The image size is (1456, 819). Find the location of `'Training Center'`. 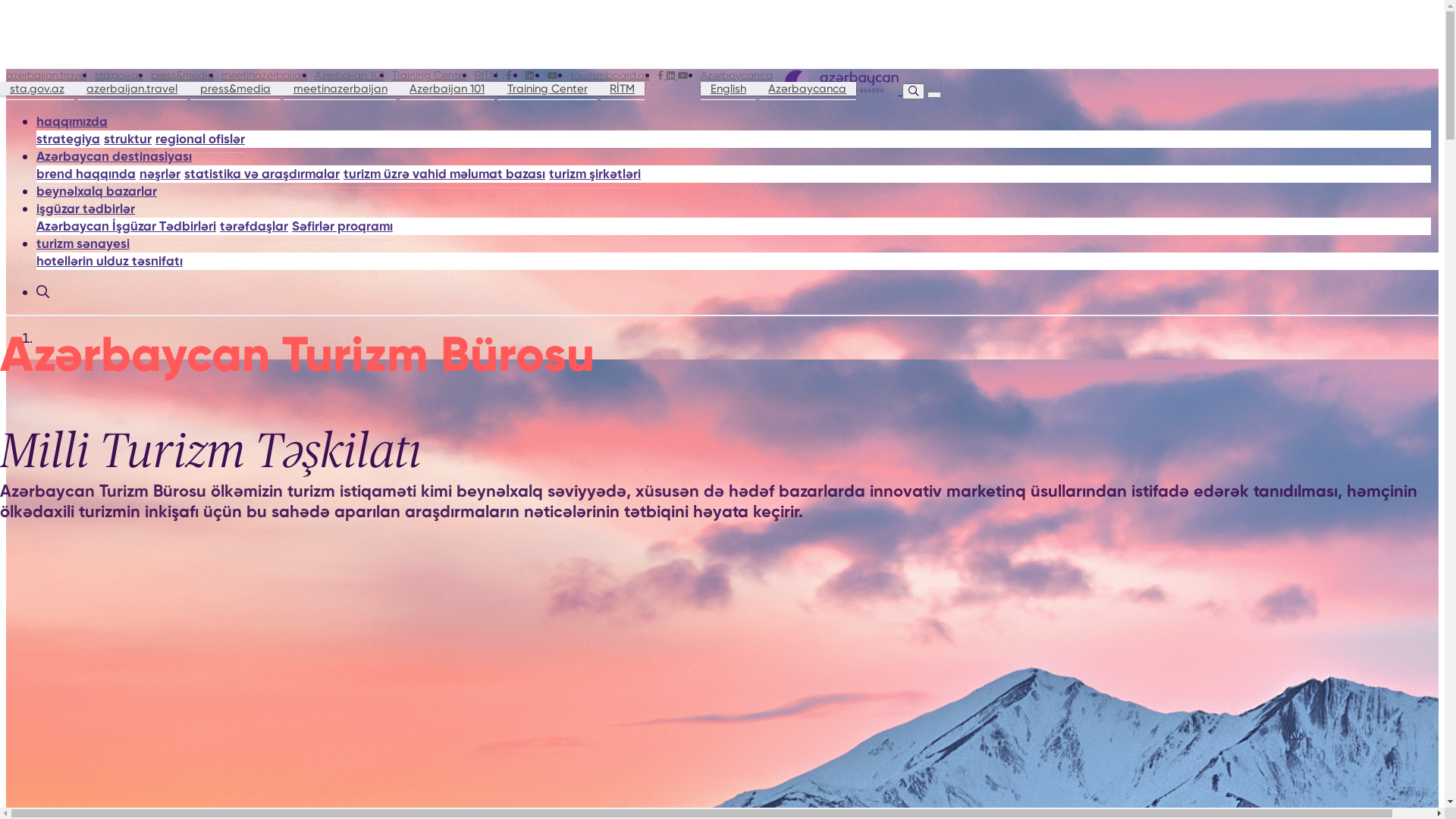

'Training Center' is located at coordinates (428, 75).